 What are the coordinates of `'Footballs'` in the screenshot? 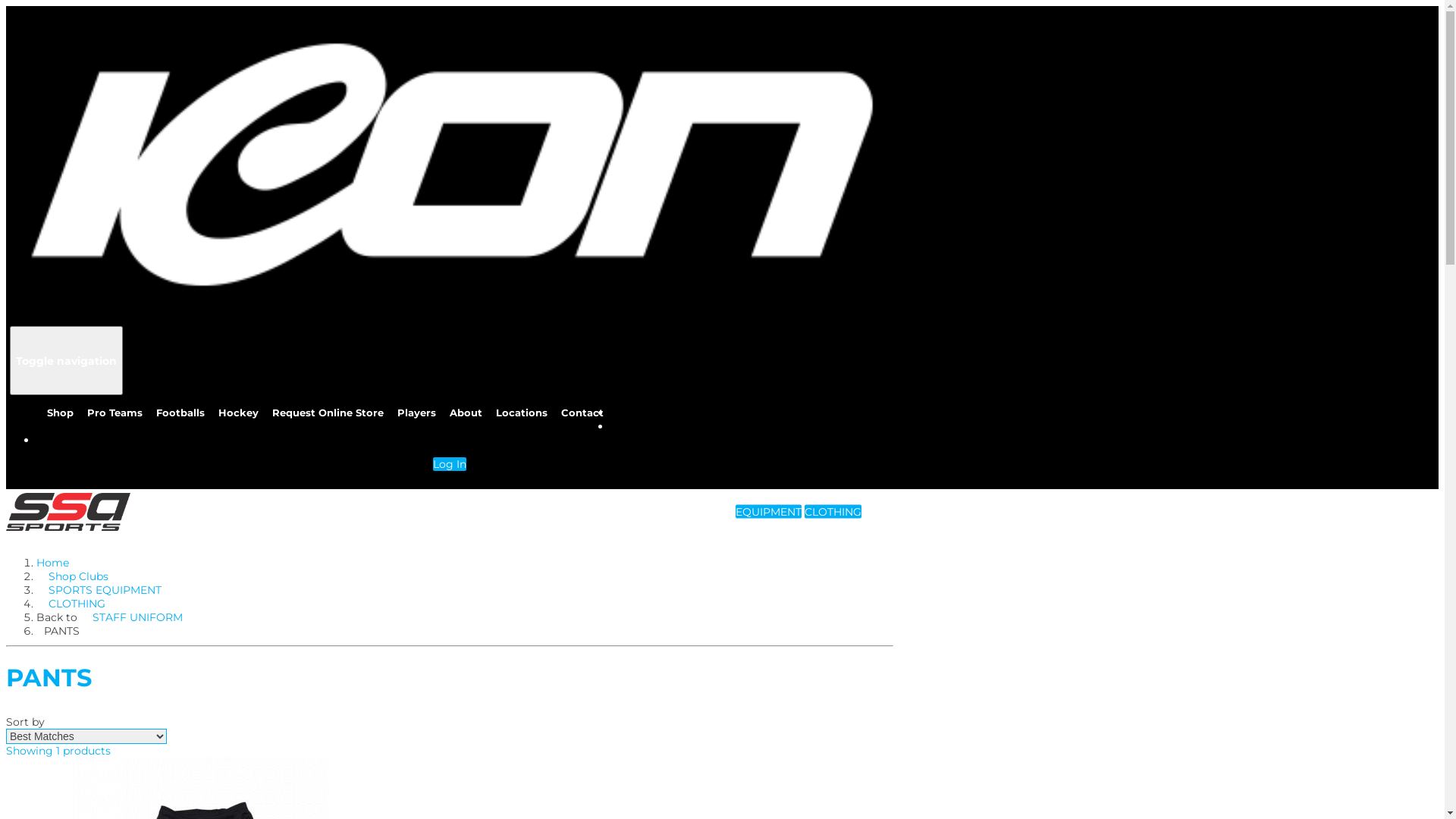 It's located at (149, 414).